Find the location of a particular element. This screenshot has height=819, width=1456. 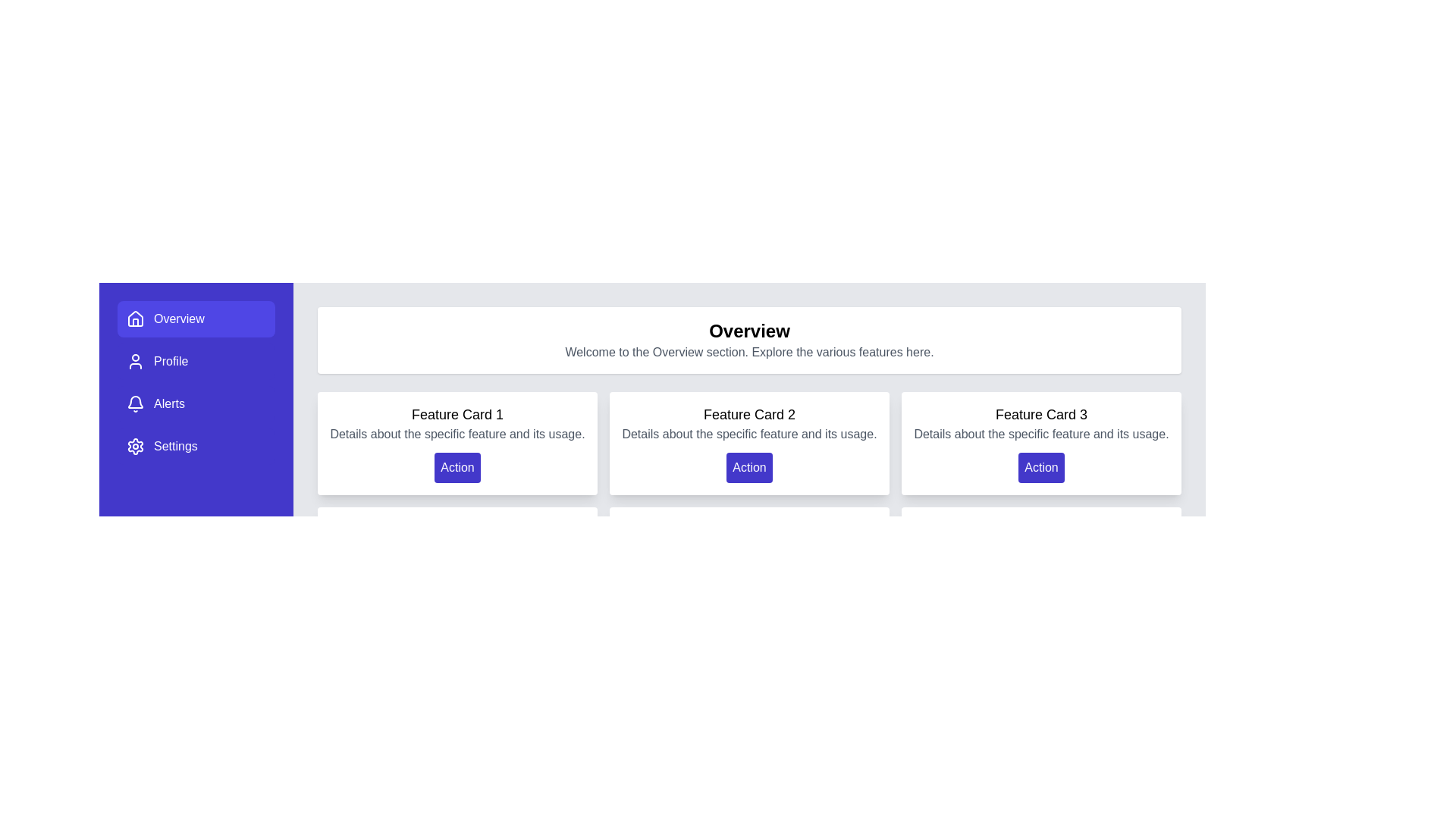

the rounded rectangular button labeled 'Action' with a purple background located at the bottom center of 'Feature Card 2' is located at coordinates (749, 467).